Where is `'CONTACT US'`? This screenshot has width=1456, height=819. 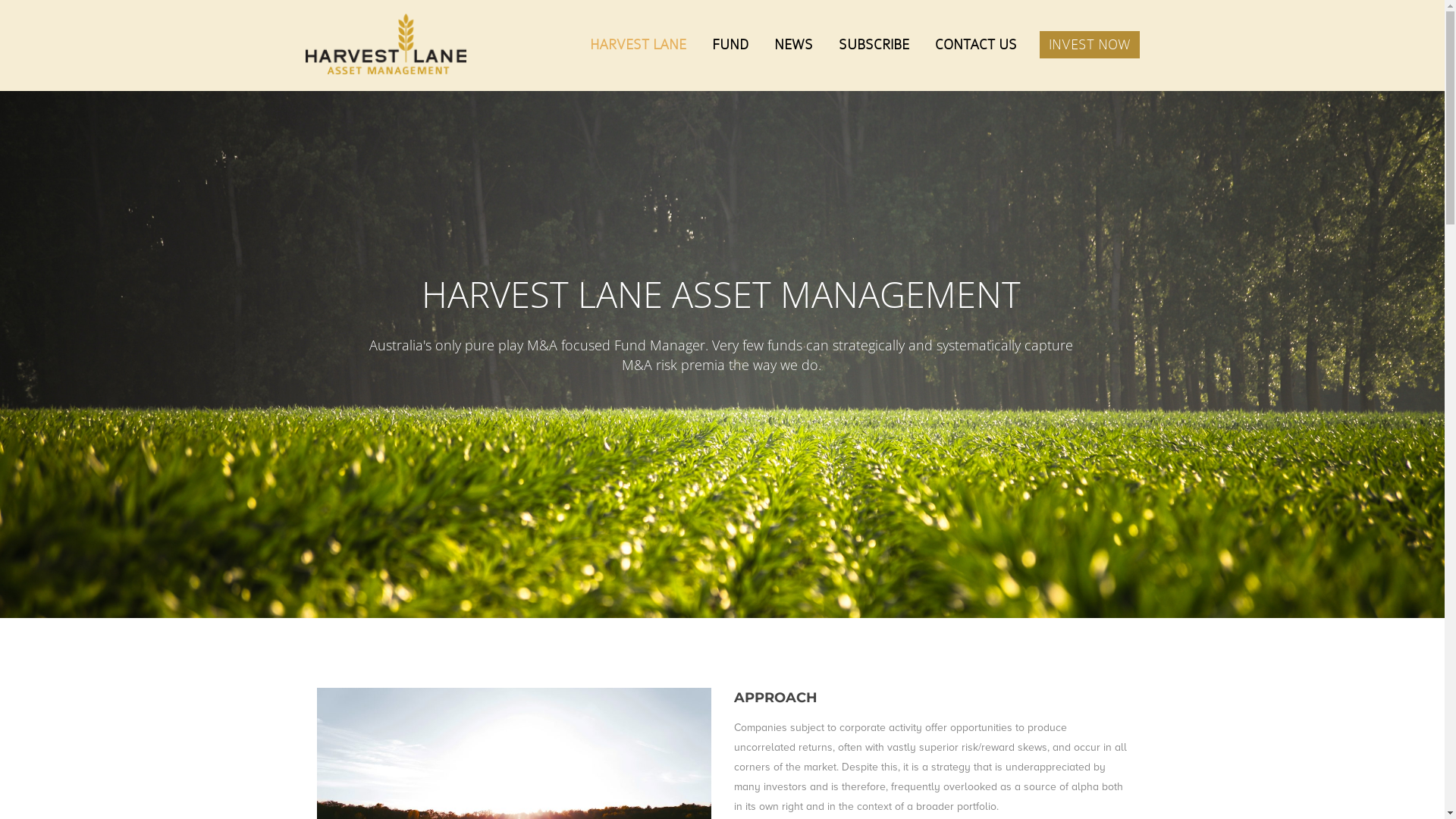
'CONTACT US' is located at coordinates (924, 43).